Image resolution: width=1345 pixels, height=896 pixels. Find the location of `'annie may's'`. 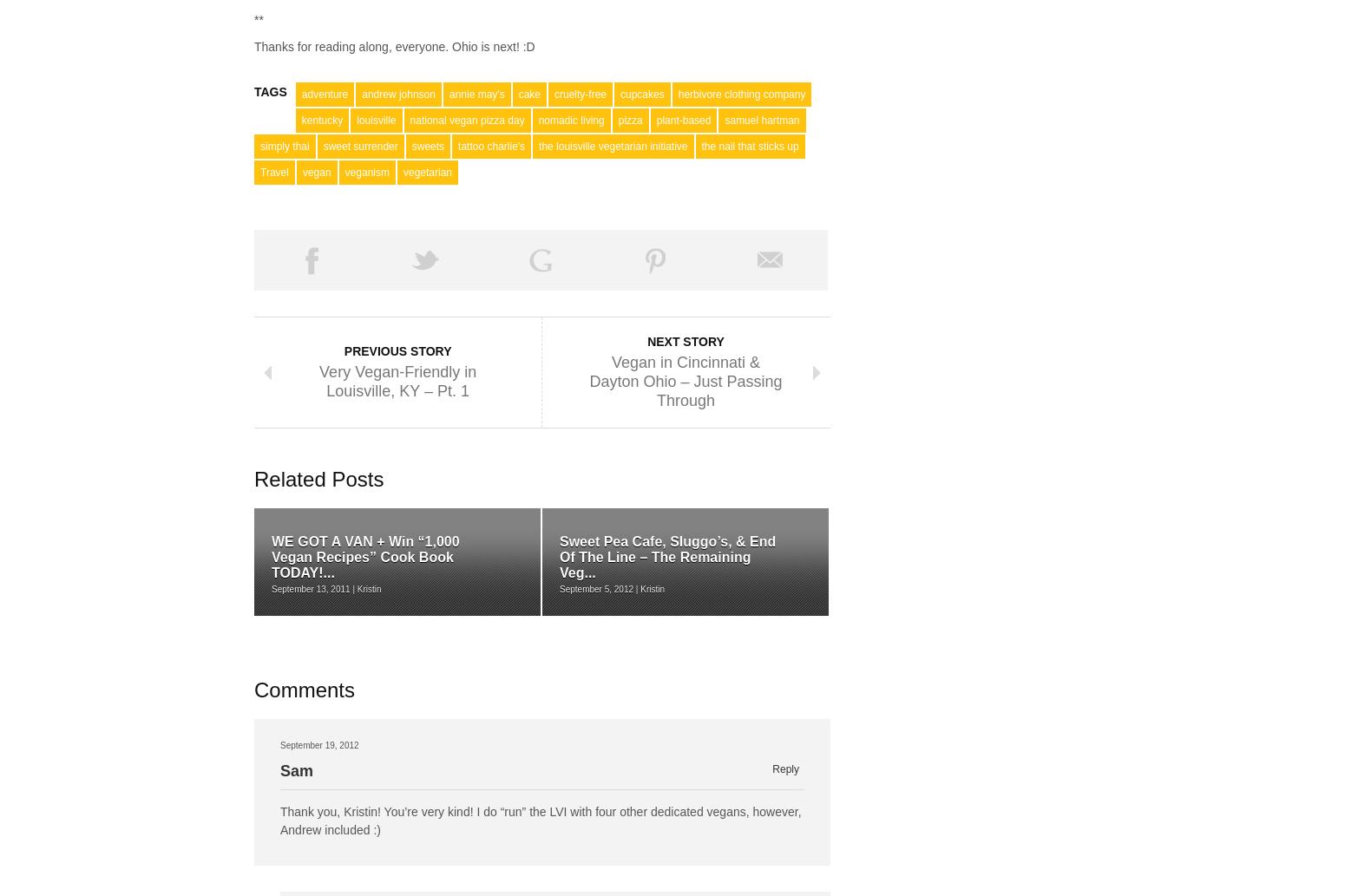

'annie may's' is located at coordinates (476, 94).